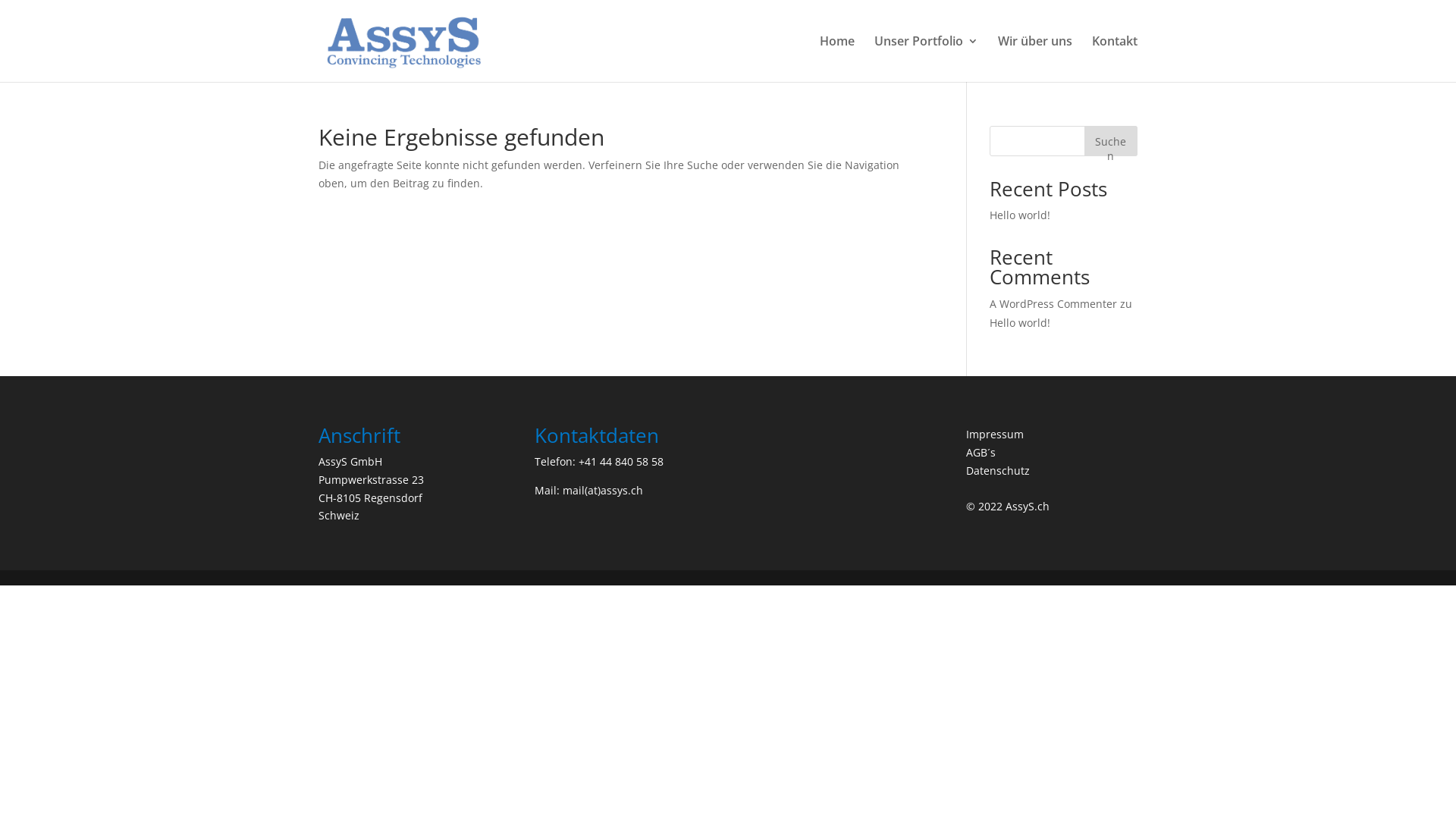 This screenshot has width=1456, height=819. What do you see at coordinates (1019, 322) in the screenshot?
I see `'Hello world!'` at bounding box center [1019, 322].